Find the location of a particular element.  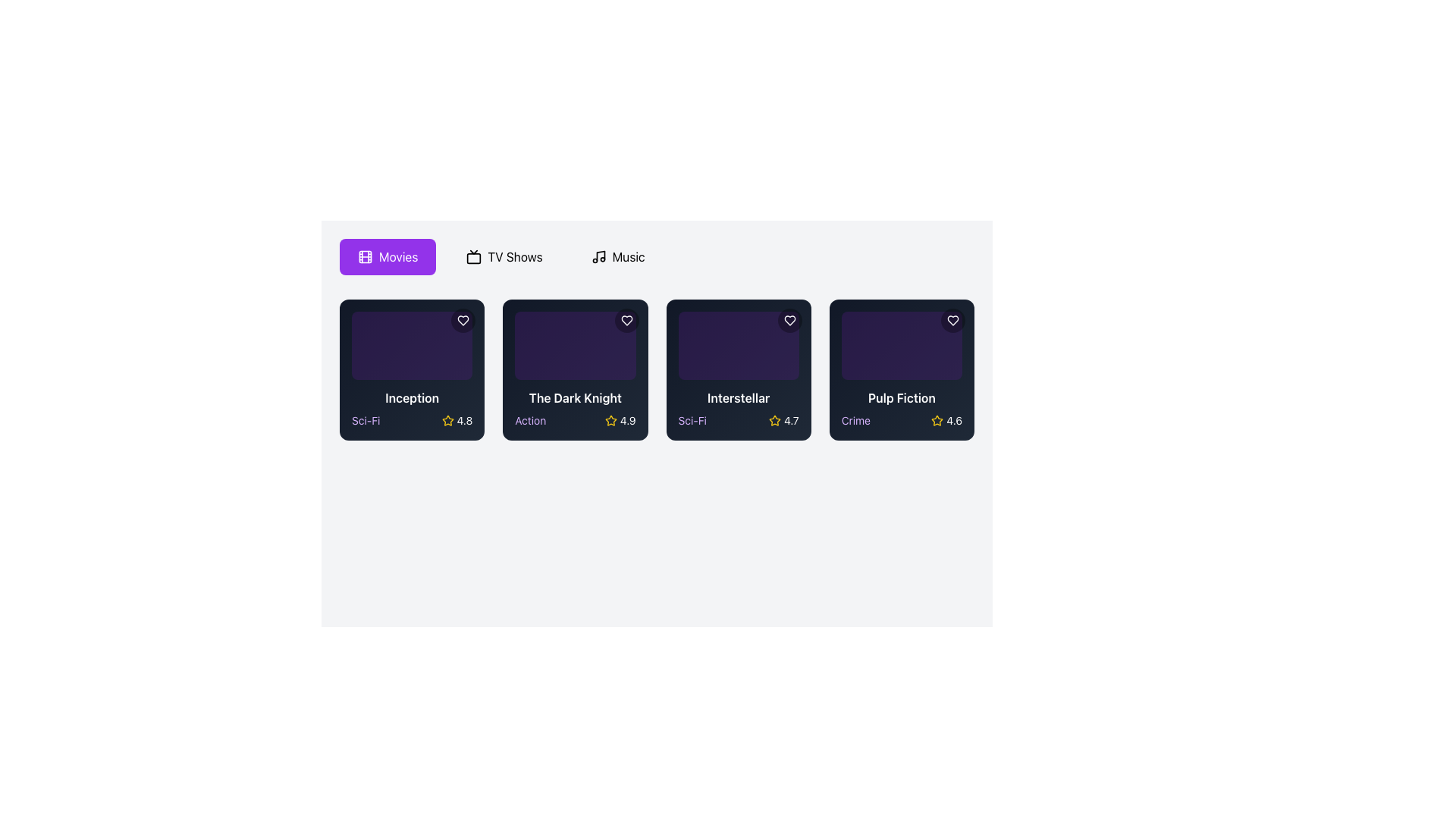

the central background layer element of the SVG graphic, which is a rectangular shape with rounded corners, serving as the base for other components is located at coordinates (365, 256).